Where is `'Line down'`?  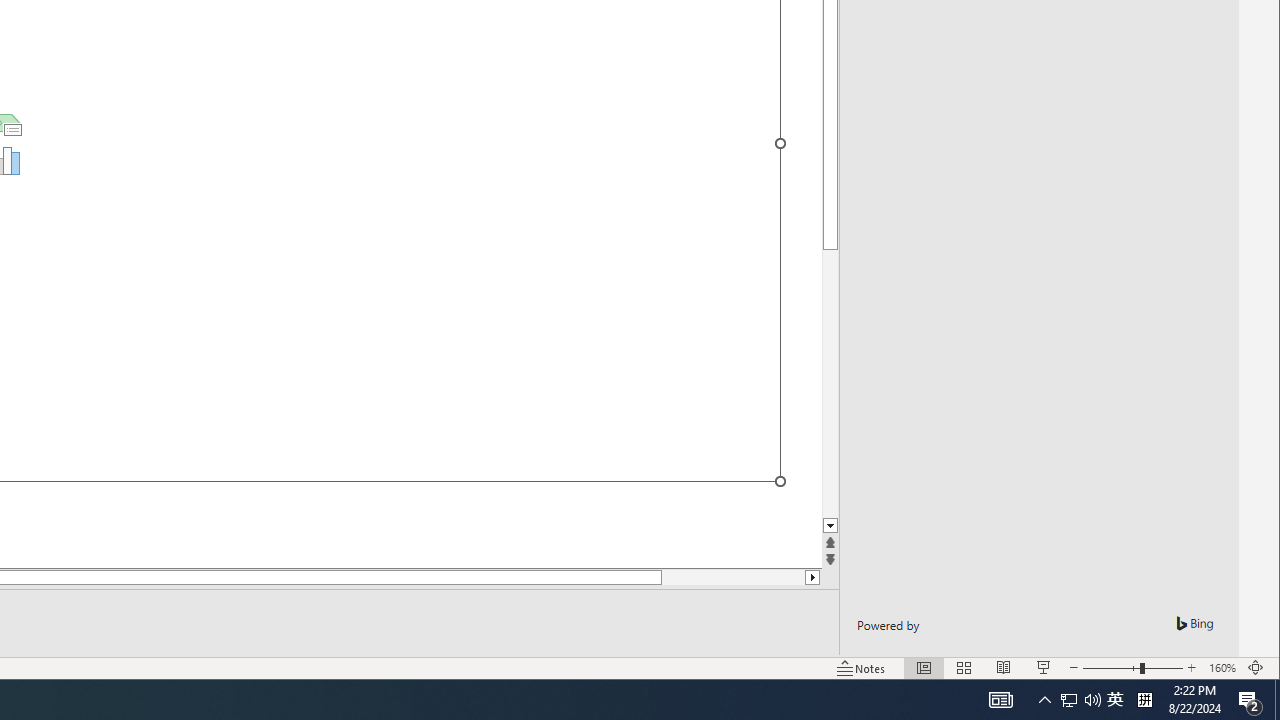 'Line down' is located at coordinates (830, 525).